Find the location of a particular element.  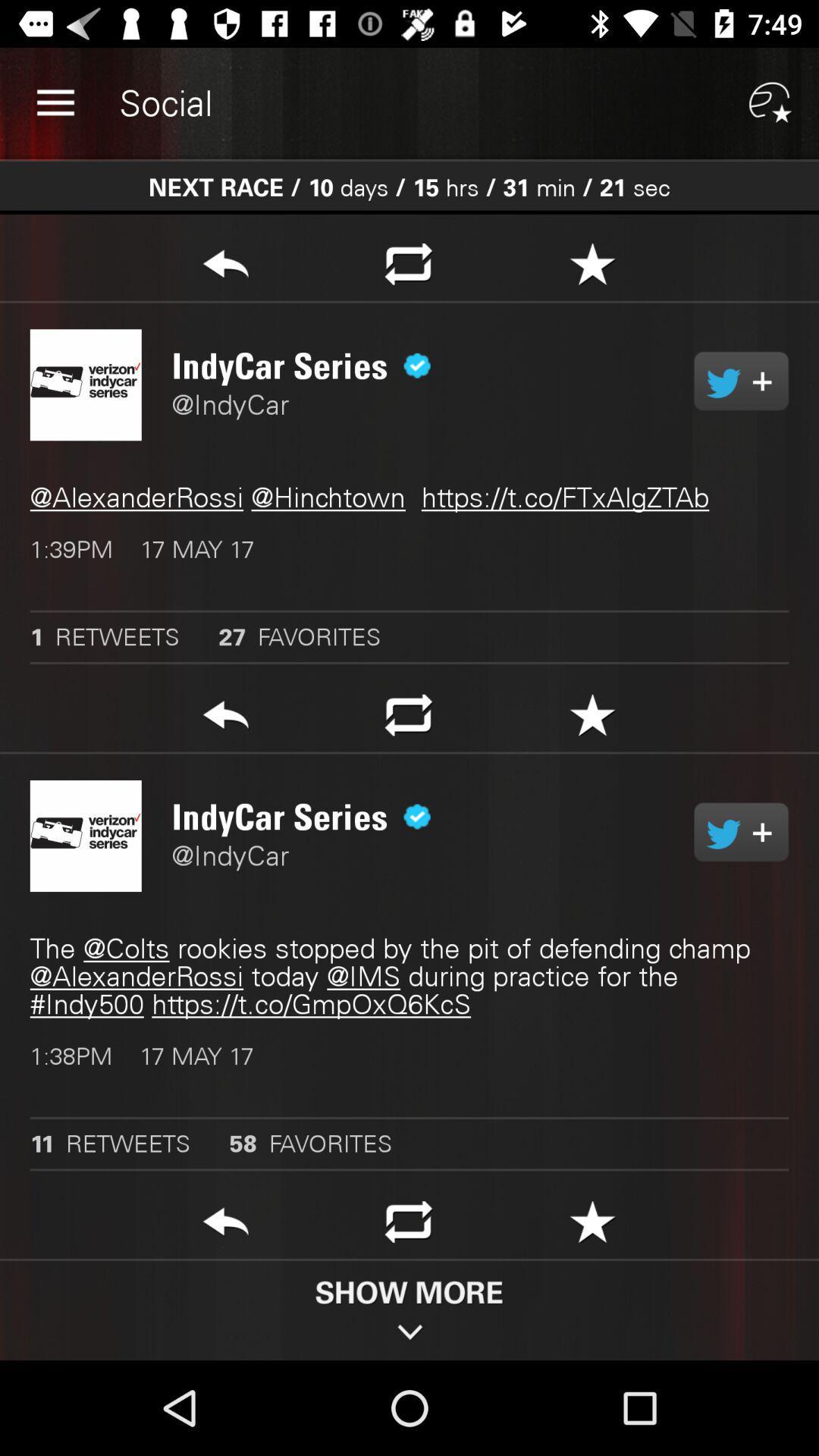

the forward option below 27 favorites is located at coordinates (225, 719).